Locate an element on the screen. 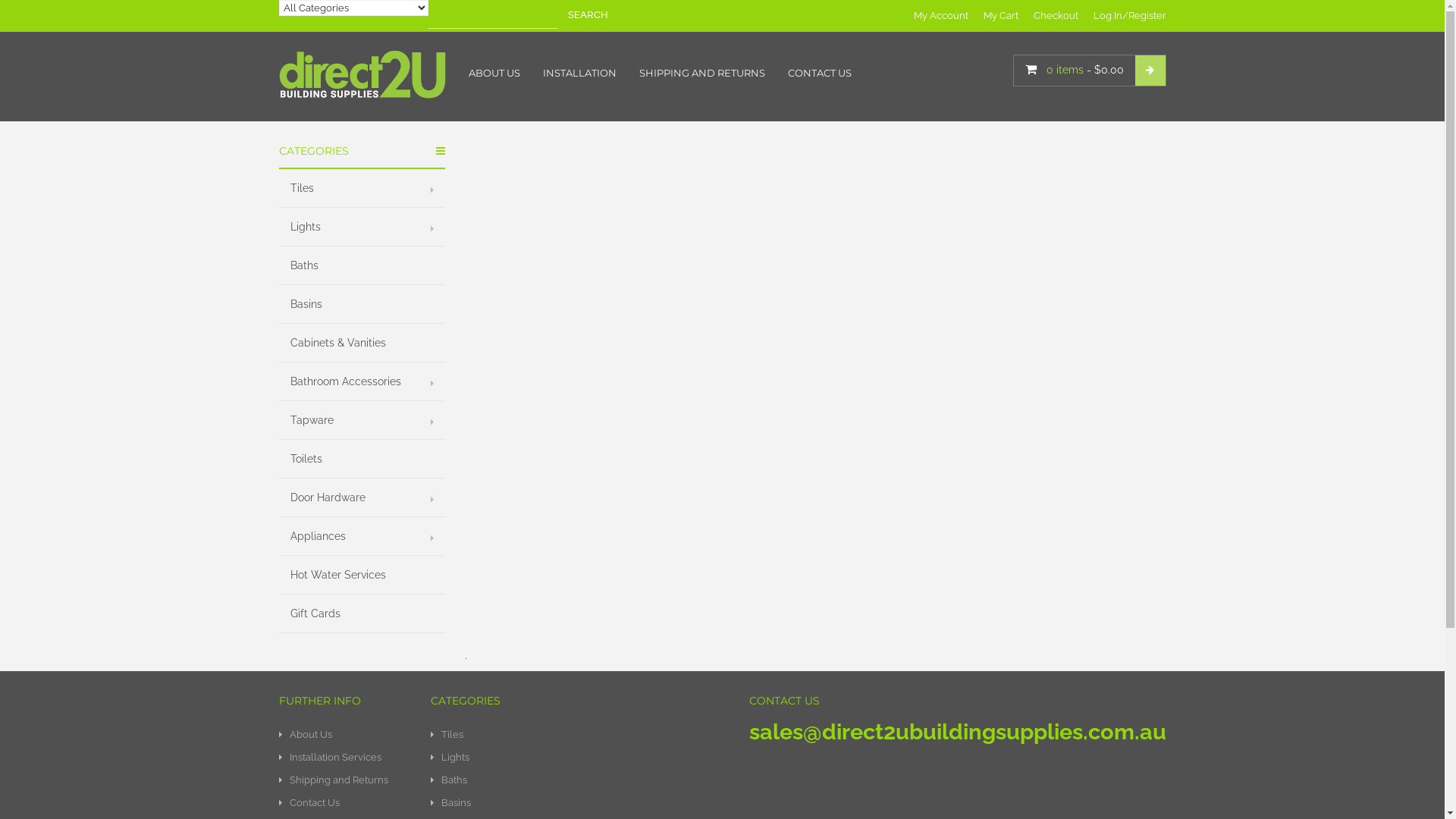 The height and width of the screenshot is (819, 1456). 'SEARCH' is located at coordinates (586, 14).